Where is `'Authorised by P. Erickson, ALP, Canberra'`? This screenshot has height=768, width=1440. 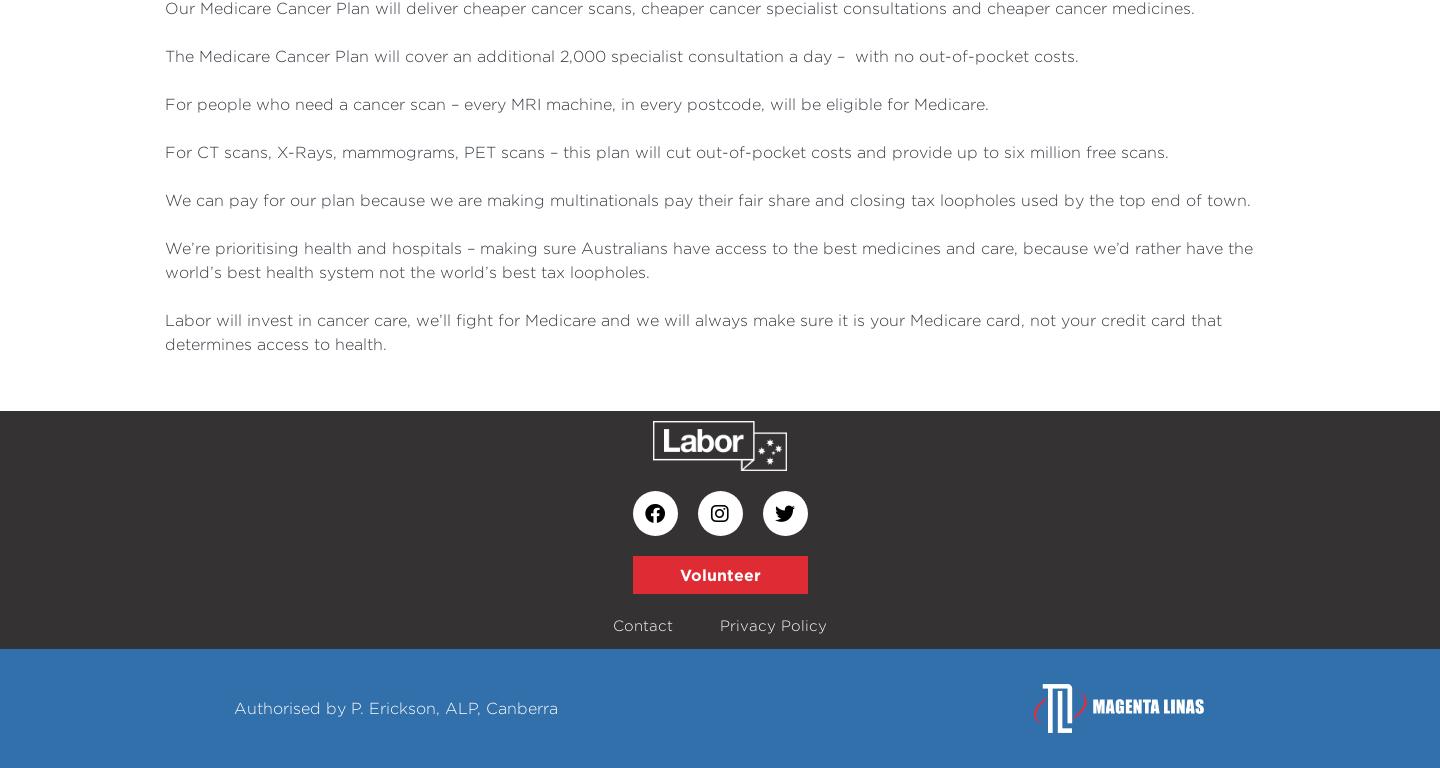
'Authorised by P. Erickson, ALP, Canberra' is located at coordinates (395, 706).